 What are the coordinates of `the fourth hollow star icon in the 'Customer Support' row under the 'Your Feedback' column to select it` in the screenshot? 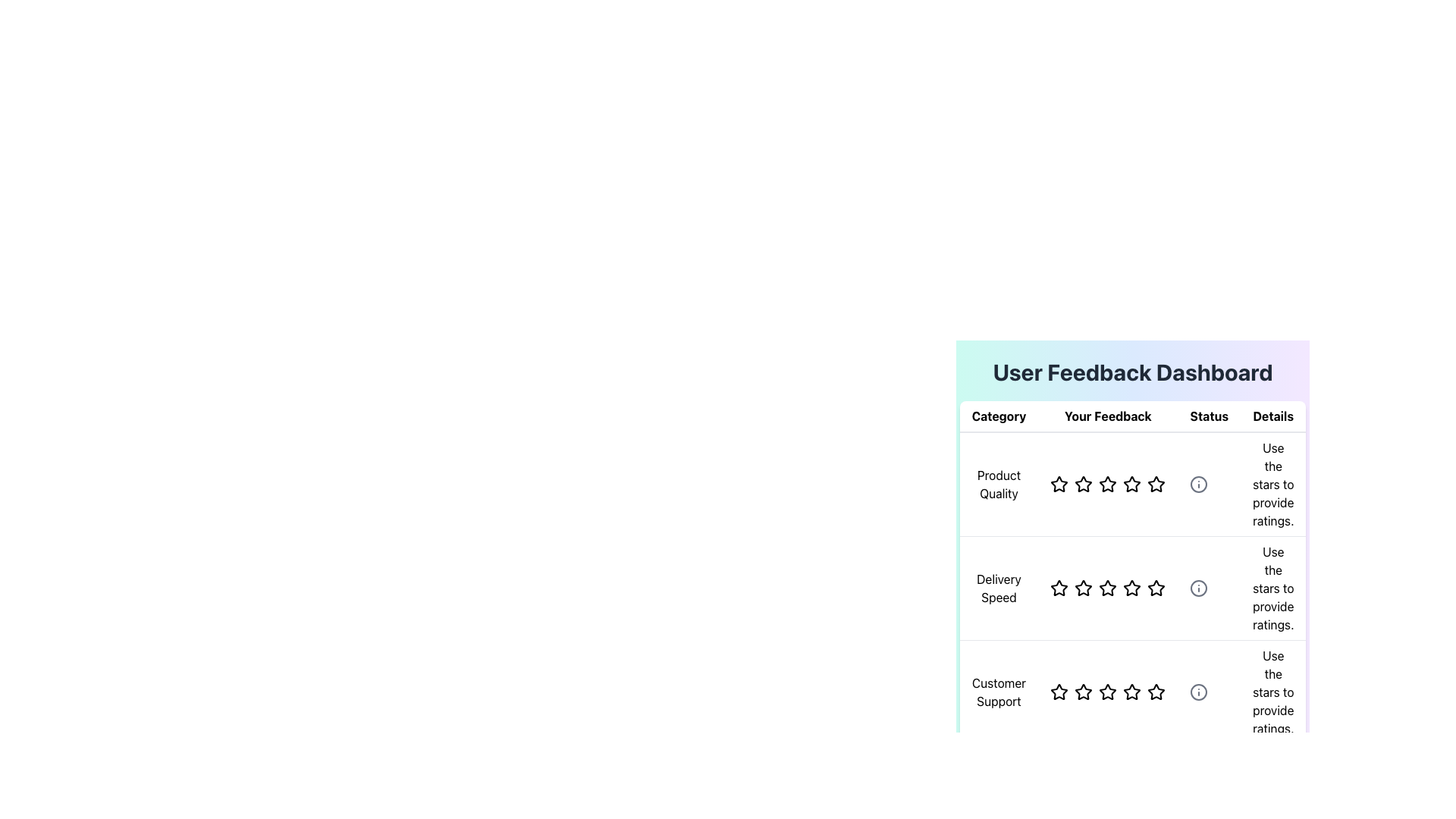 It's located at (1132, 692).